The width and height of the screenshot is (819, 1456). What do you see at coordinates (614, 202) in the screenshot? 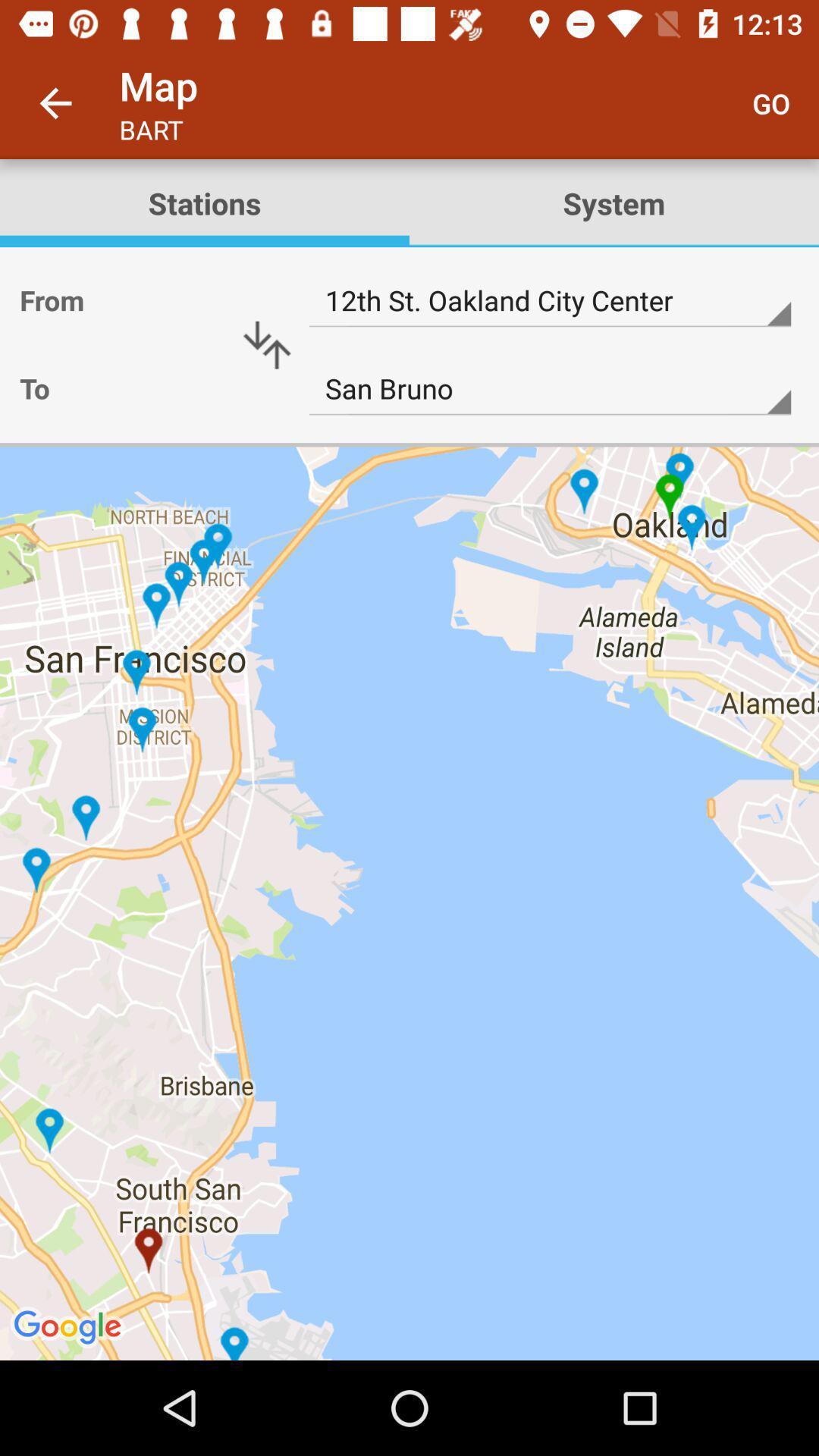
I see `the item next to the stations icon` at bounding box center [614, 202].